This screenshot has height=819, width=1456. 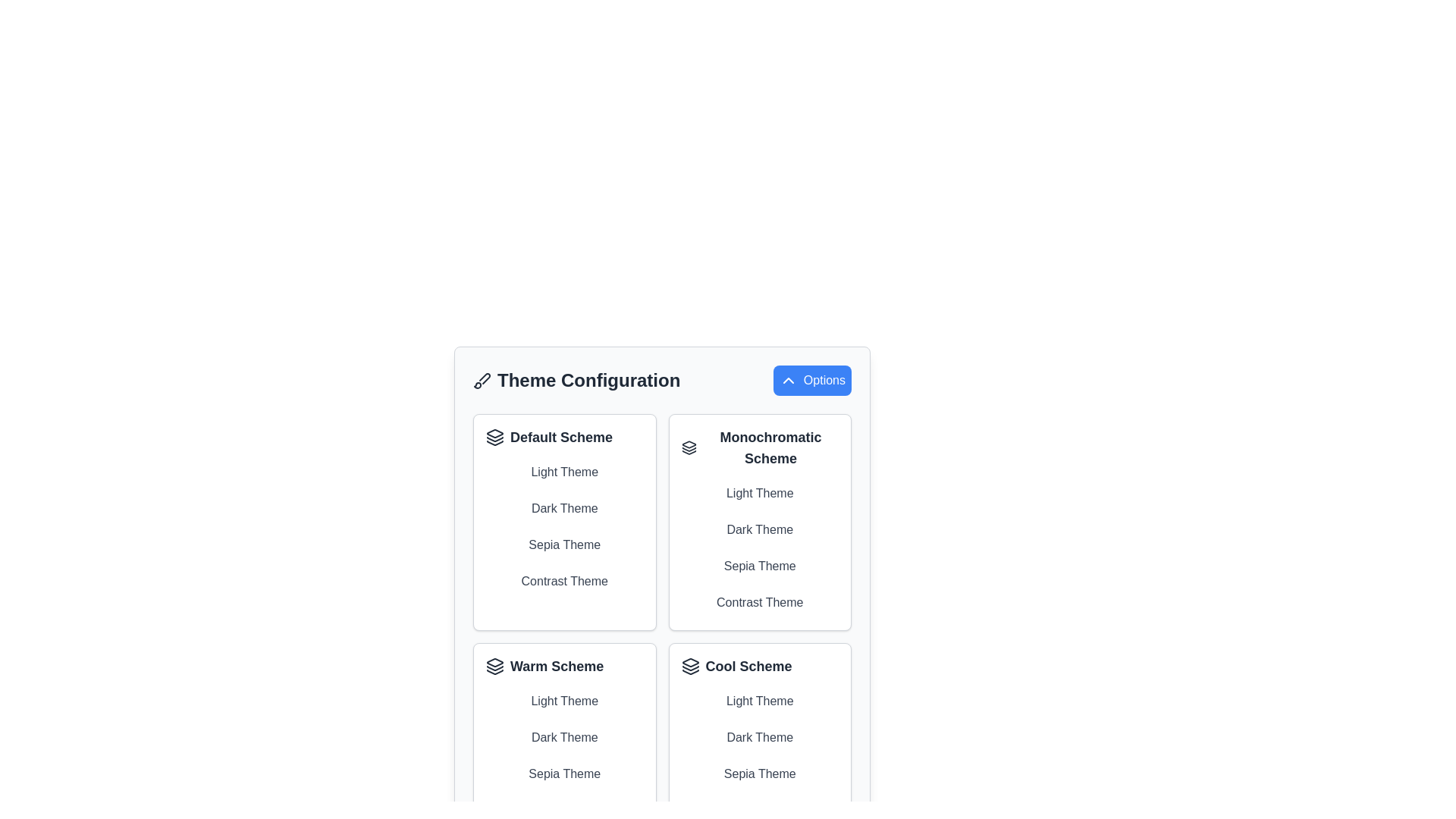 I want to click on the fourth item in the vertical list of theme options labeled 'Contrast Theme' within the 'Theme Configuration' section, so click(x=563, y=581).